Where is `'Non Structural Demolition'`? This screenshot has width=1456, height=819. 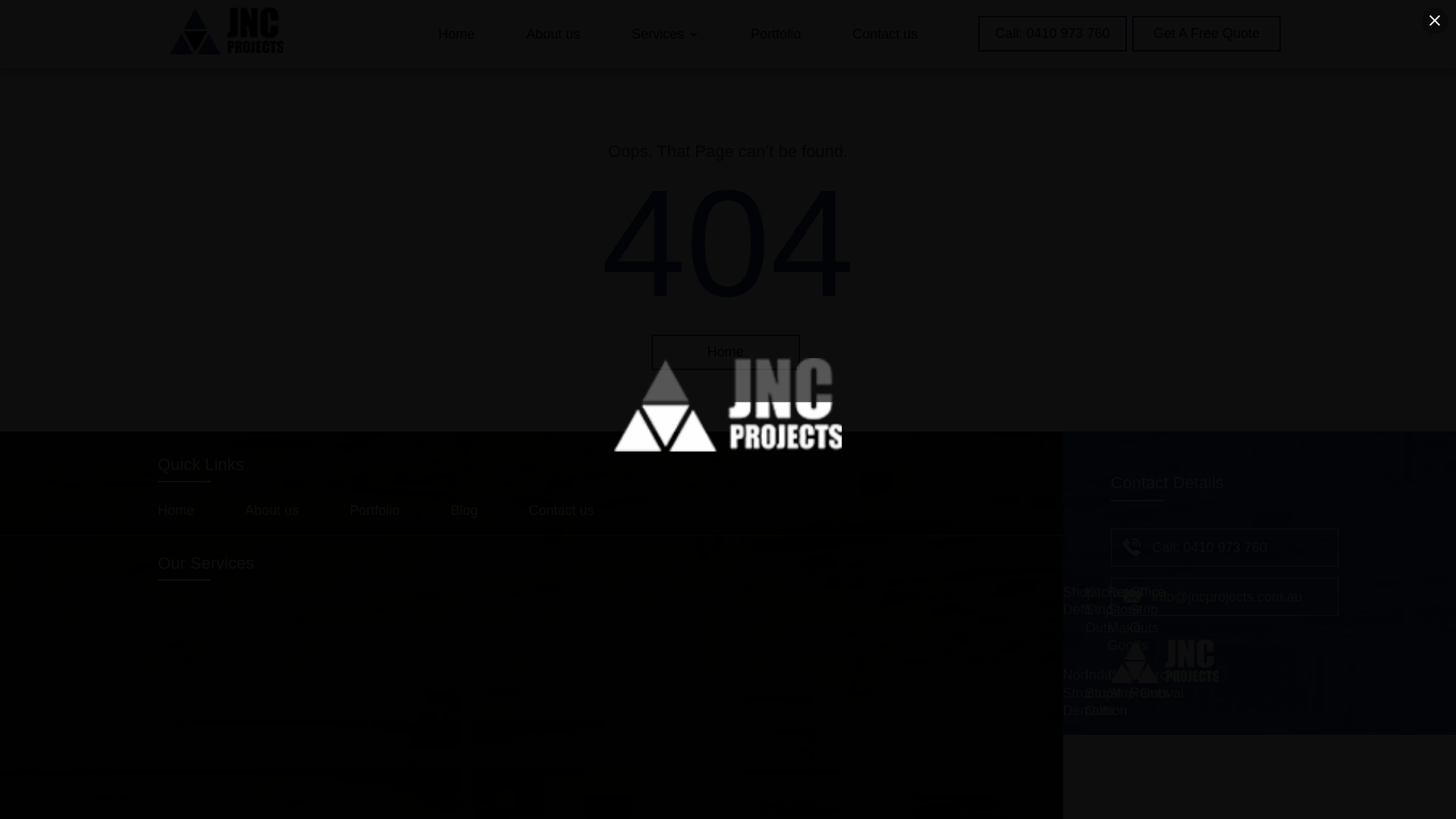
'Non Structural Demolition' is located at coordinates (1095, 696).